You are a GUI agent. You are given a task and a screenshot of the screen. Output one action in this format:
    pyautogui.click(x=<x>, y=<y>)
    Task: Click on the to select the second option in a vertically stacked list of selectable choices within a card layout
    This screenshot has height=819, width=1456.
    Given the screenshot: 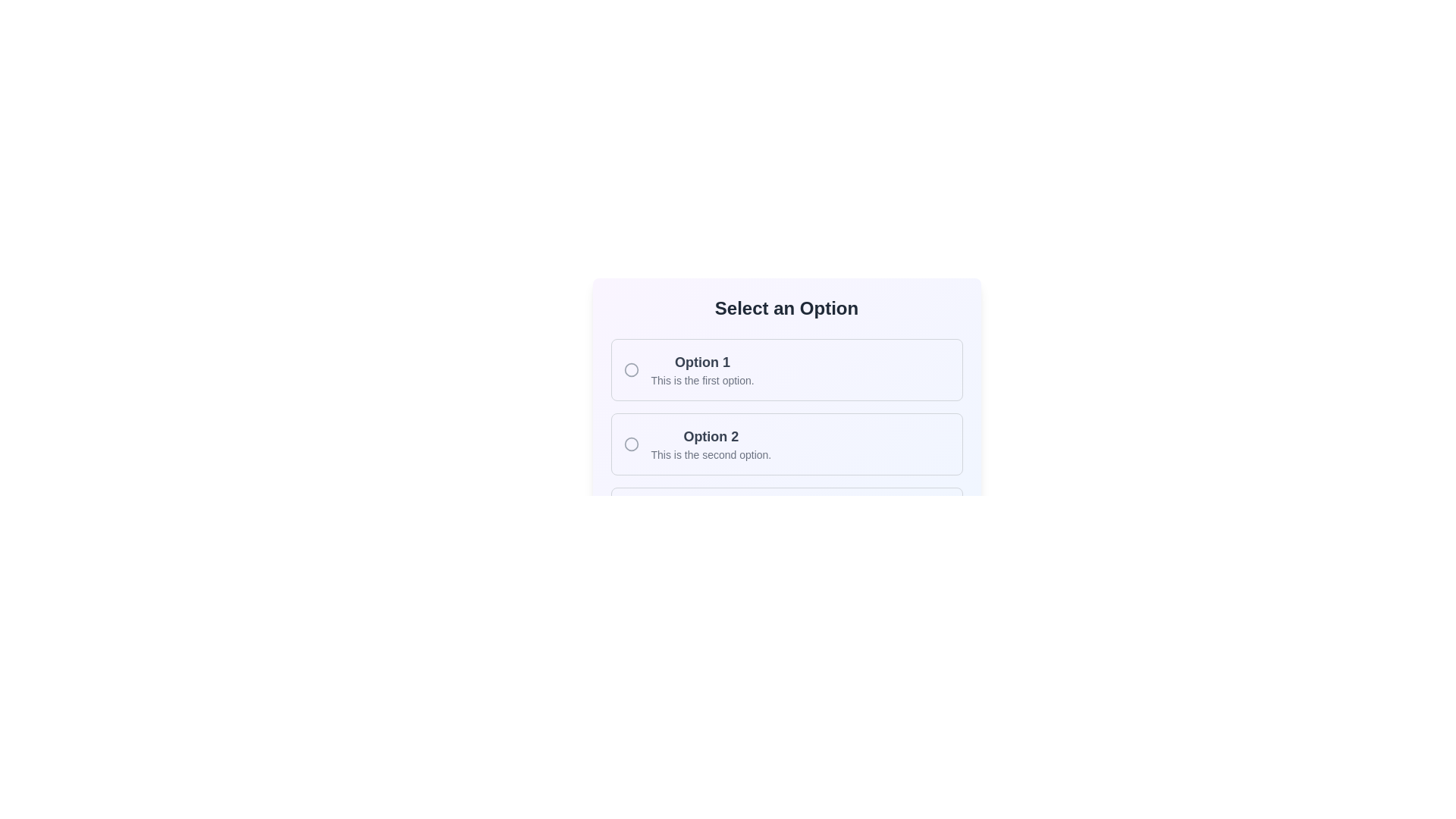 What is the action you would take?
    pyautogui.click(x=786, y=444)
    